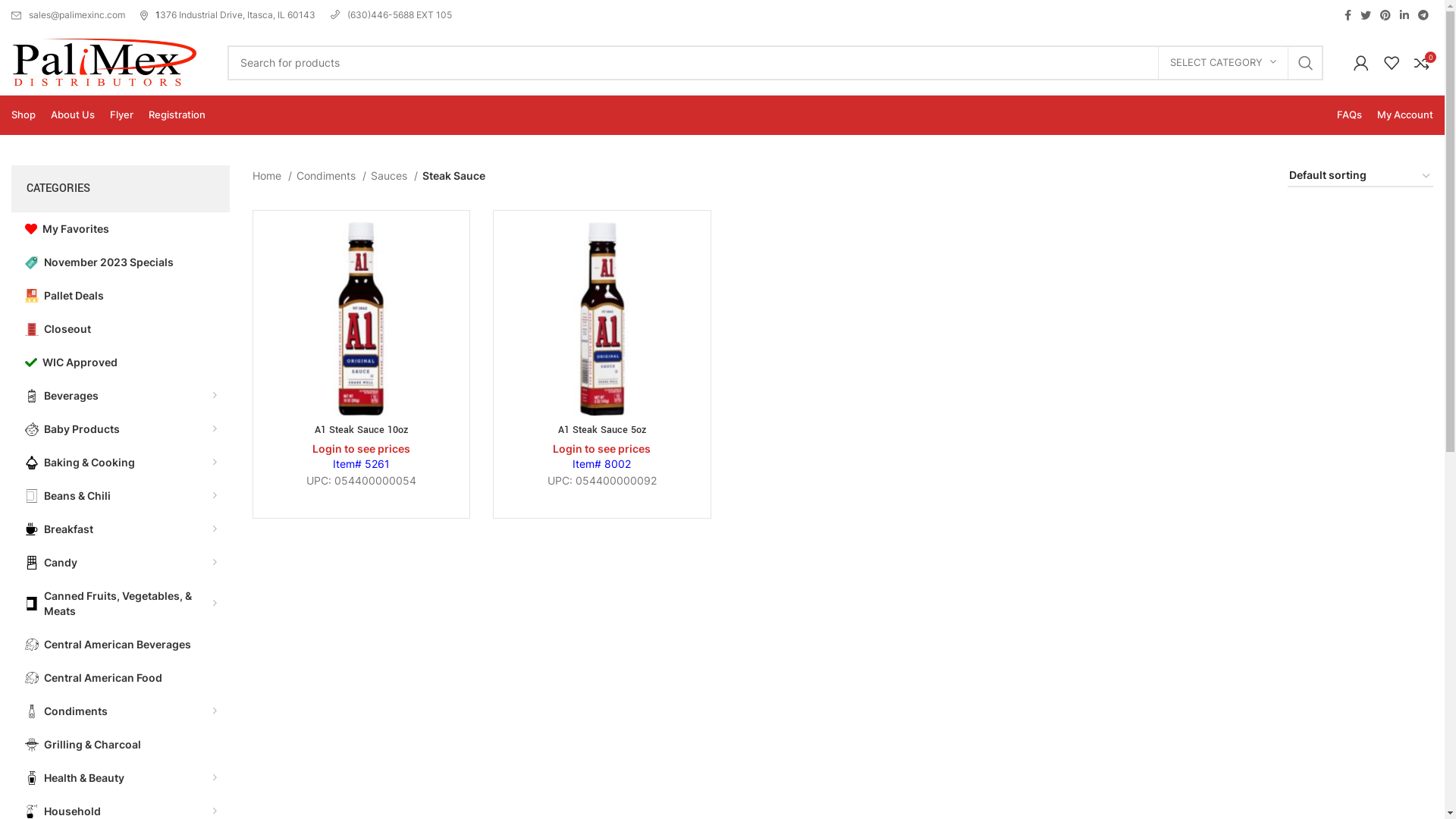 The image size is (1456, 819). What do you see at coordinates (119, 461) in the screenshot?
I see `'Baking & Cooking'` at bounding box center [119, 461].